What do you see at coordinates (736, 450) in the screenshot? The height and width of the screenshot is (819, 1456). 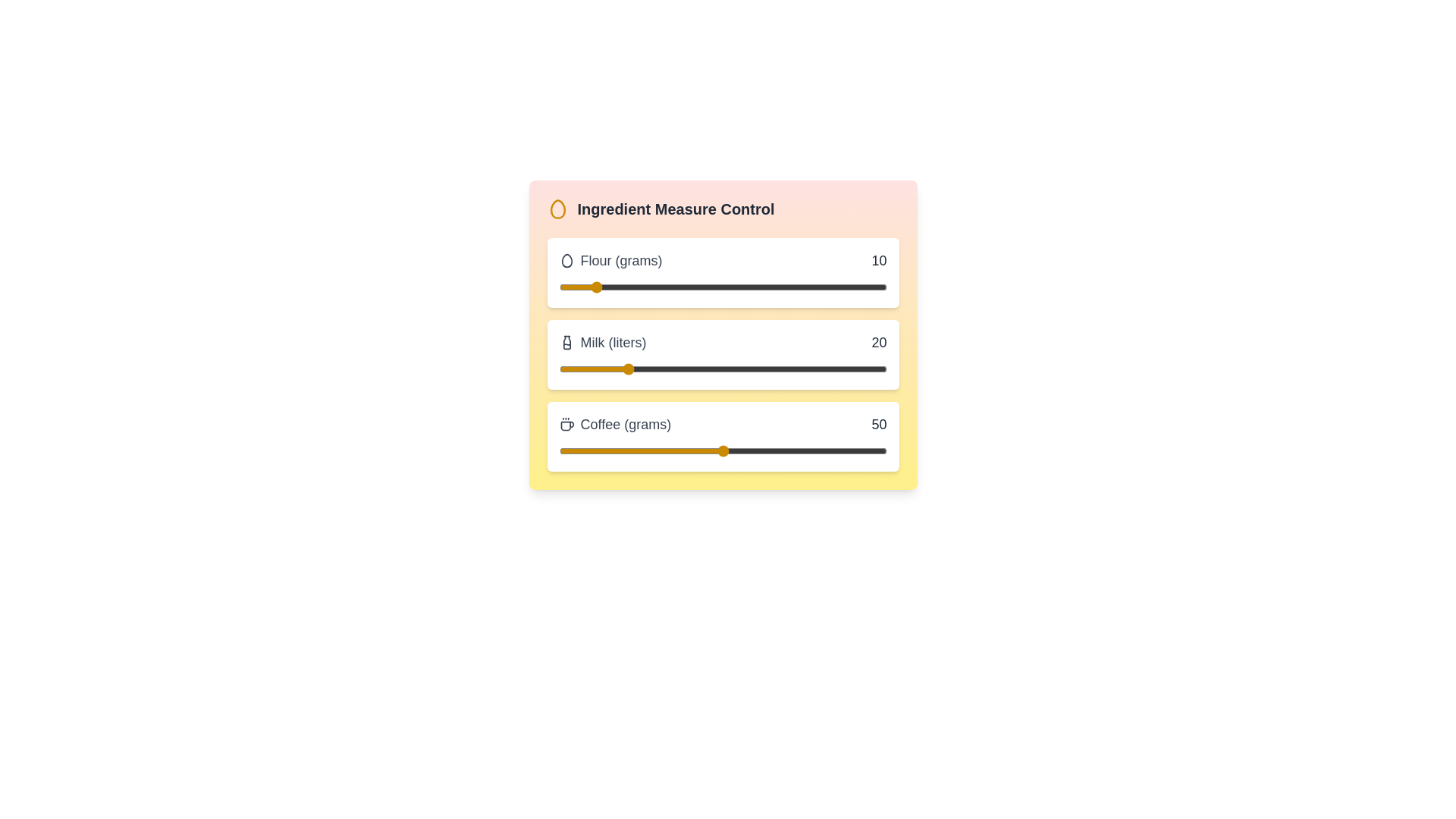 I see `the coffee amount slider` at bounding box center [736, 450].